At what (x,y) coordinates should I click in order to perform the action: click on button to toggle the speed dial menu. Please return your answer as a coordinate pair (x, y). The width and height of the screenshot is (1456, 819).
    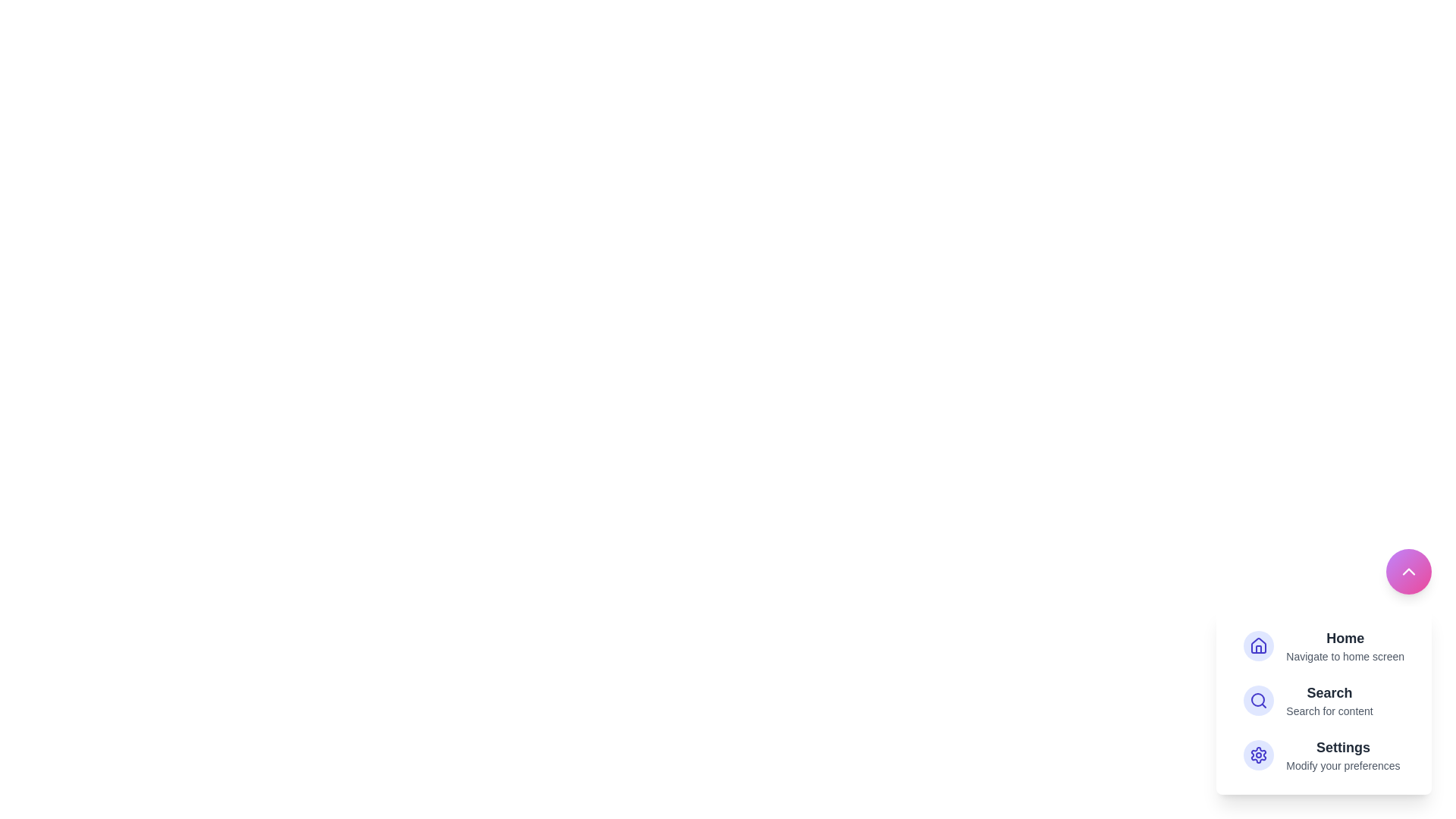
    Looking at the image, I should click on (1407, 571).